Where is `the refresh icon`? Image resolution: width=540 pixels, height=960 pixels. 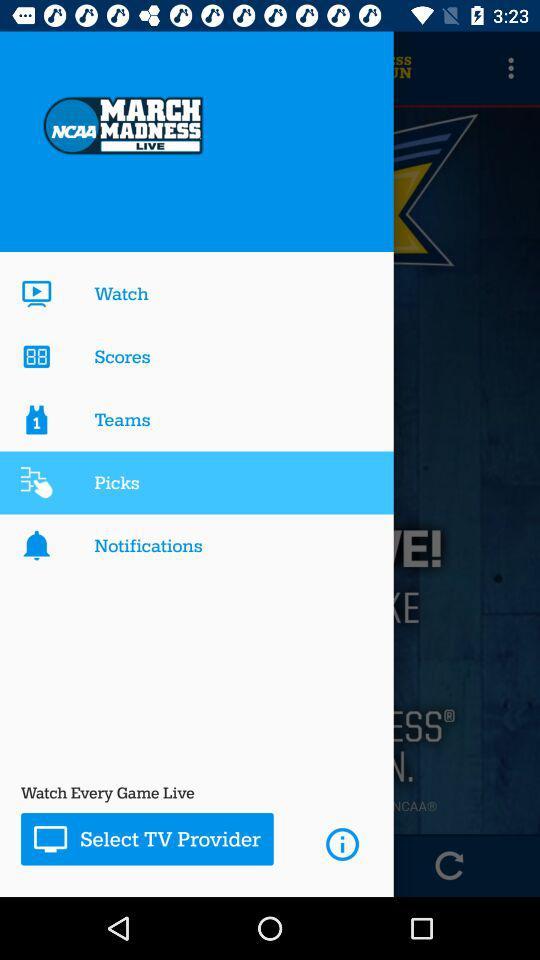 the refresh icon is located at coordinates (449, 864).